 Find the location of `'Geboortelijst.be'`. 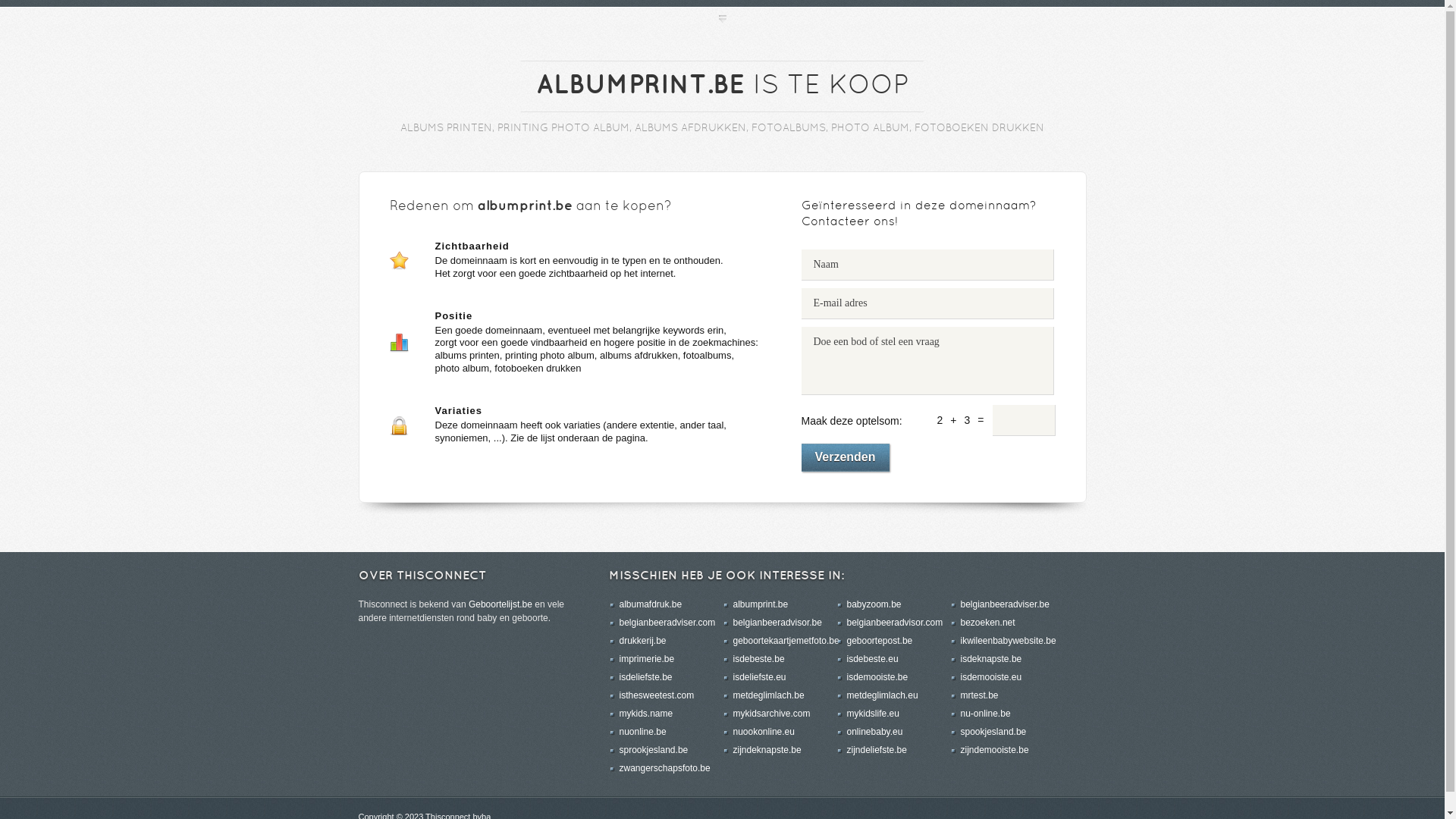

'Geboortelijst.be' is located at coordinates (500, 604).